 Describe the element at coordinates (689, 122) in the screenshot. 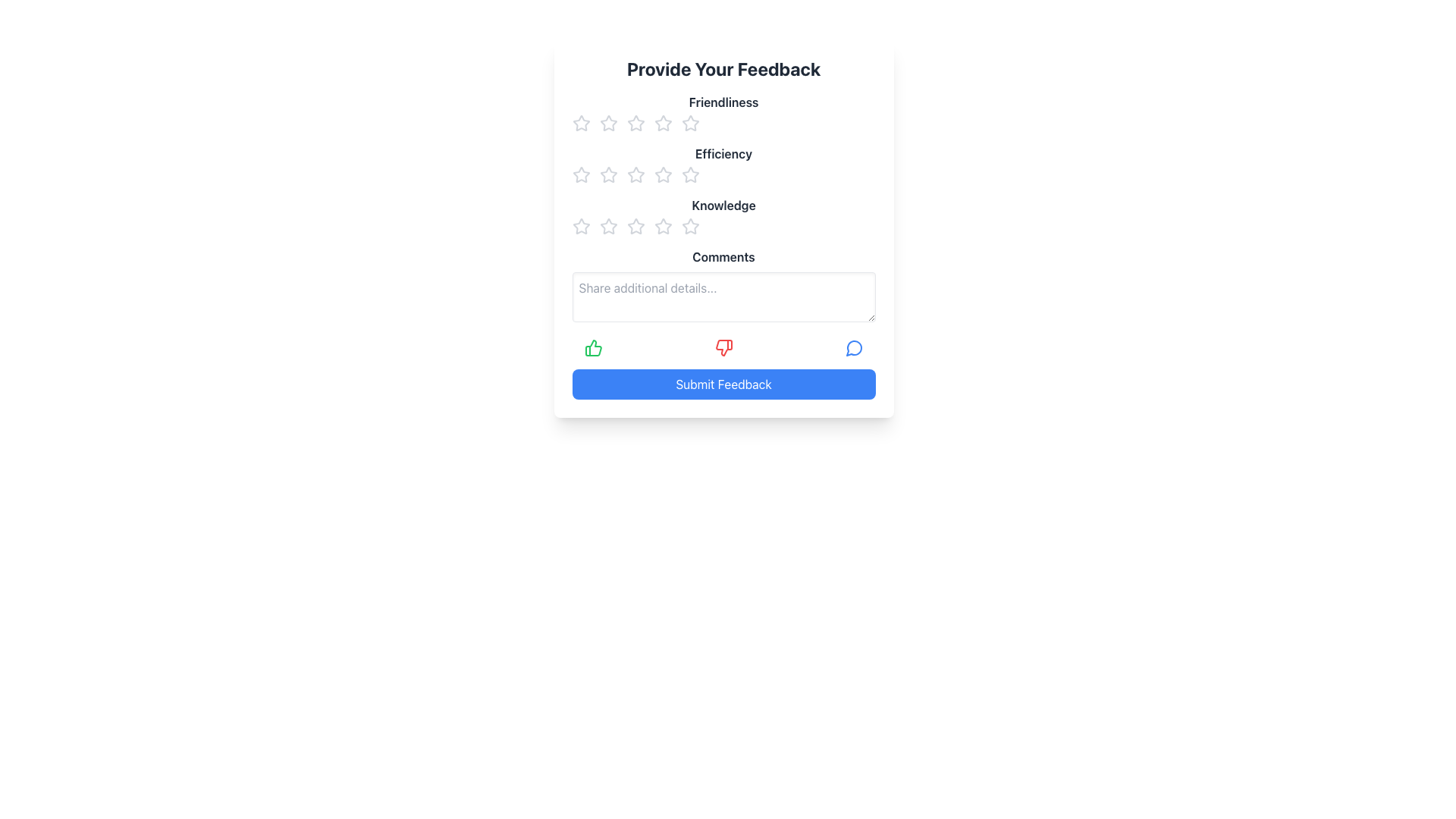

I see `the fifth star icon in the rating system` at that location.